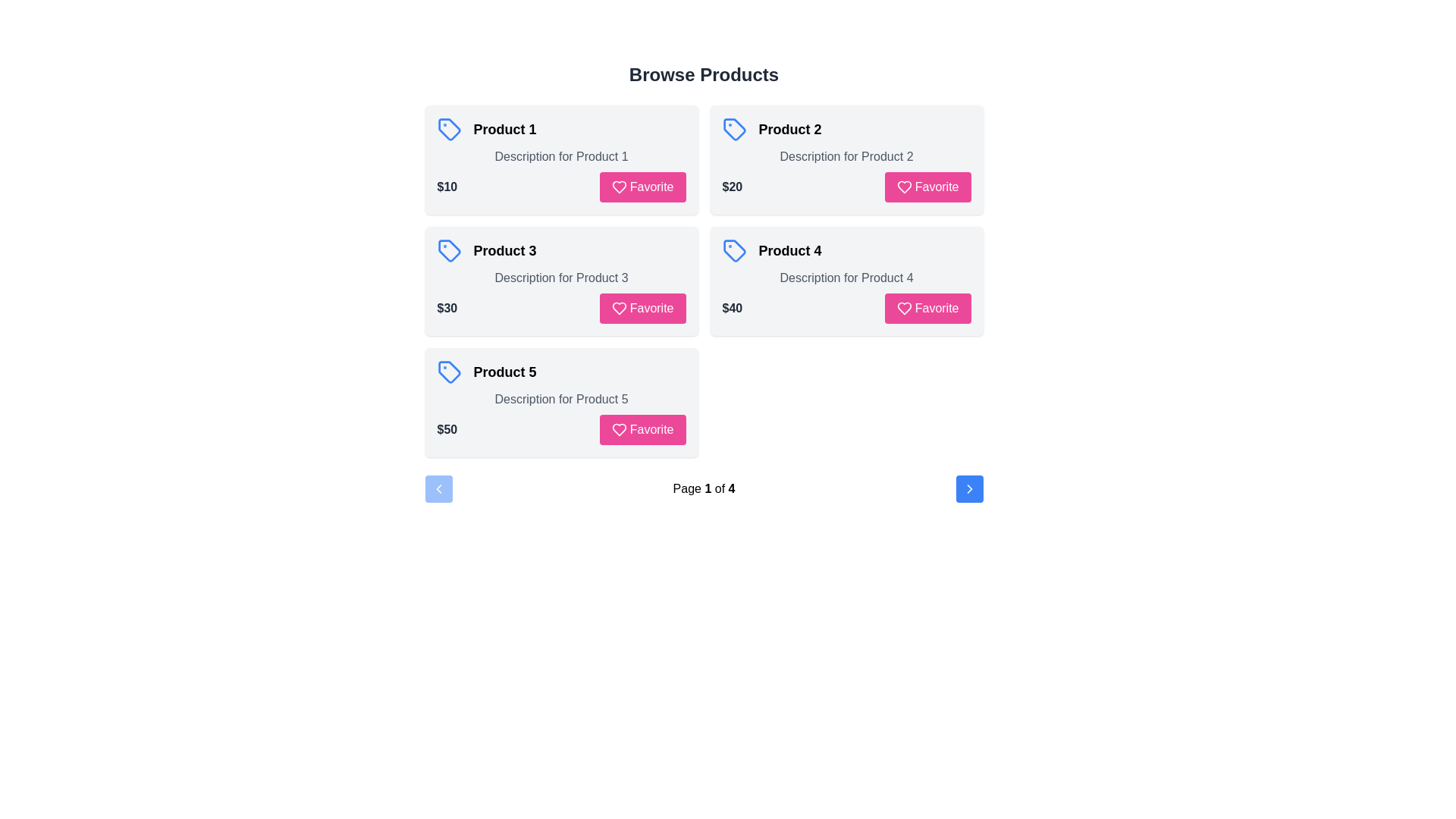 The height and width of the screenshot is (819, 1456). What do you see at coordinates (703, 488) in the screenshot?
I see `the pagination indicator text label displaying 'Page 1 of 4', which is located at the center-bottom of the interface` at bounding box center [703, 488].